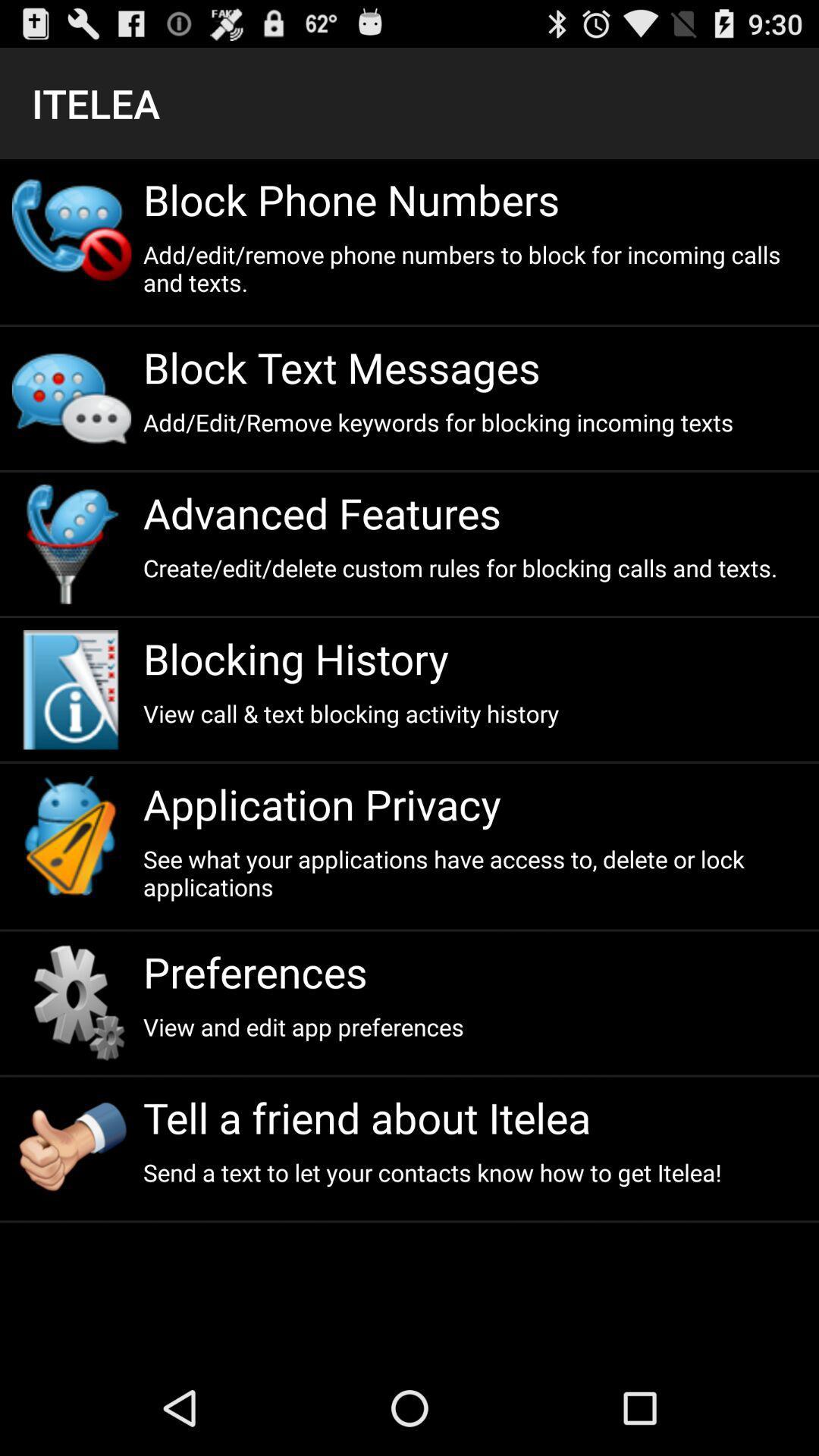  I want to click on item above see what your app, so click(474, 803).